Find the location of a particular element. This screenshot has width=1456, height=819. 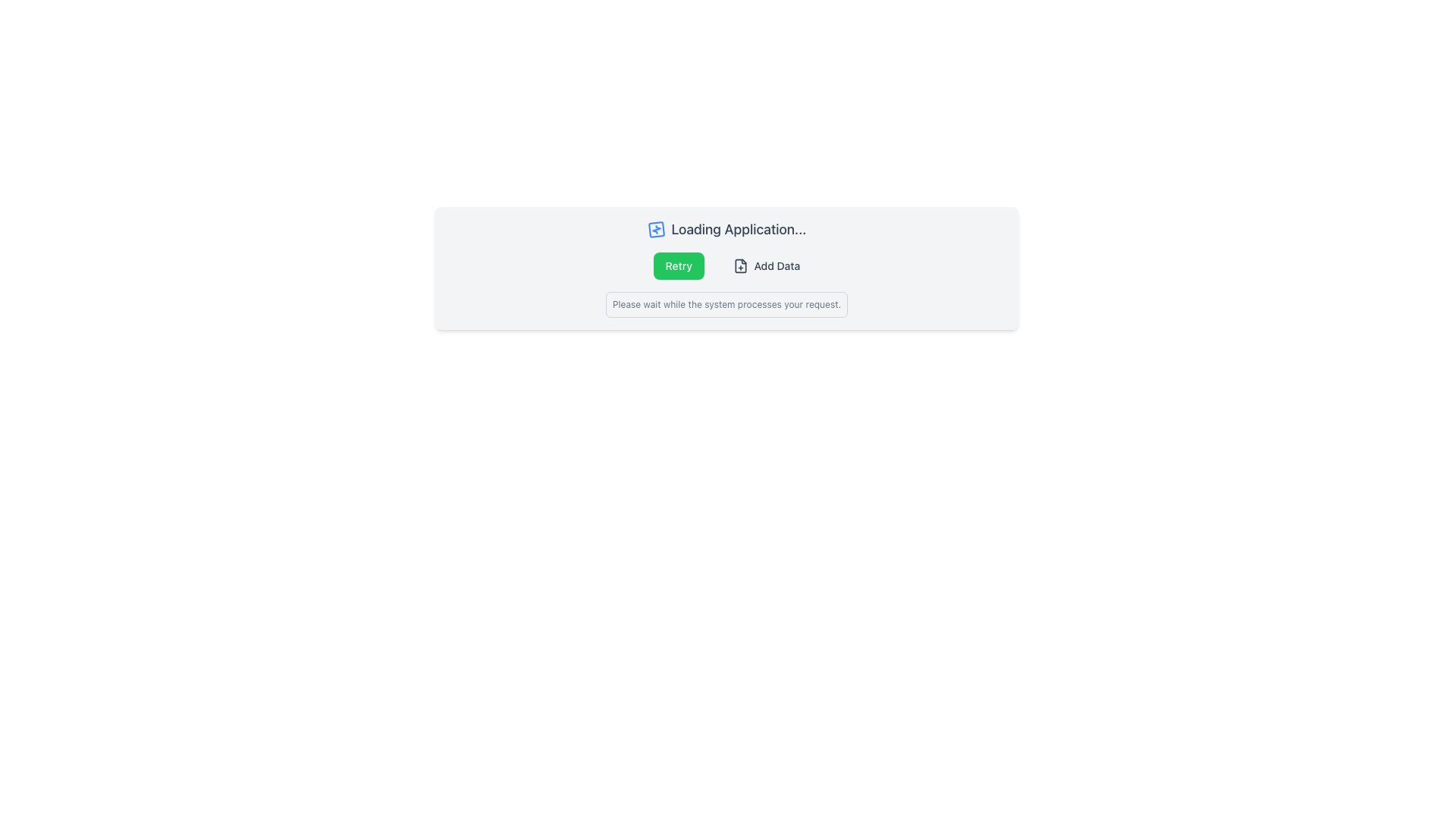

the leftmost button is located at coordinates (677, 265).